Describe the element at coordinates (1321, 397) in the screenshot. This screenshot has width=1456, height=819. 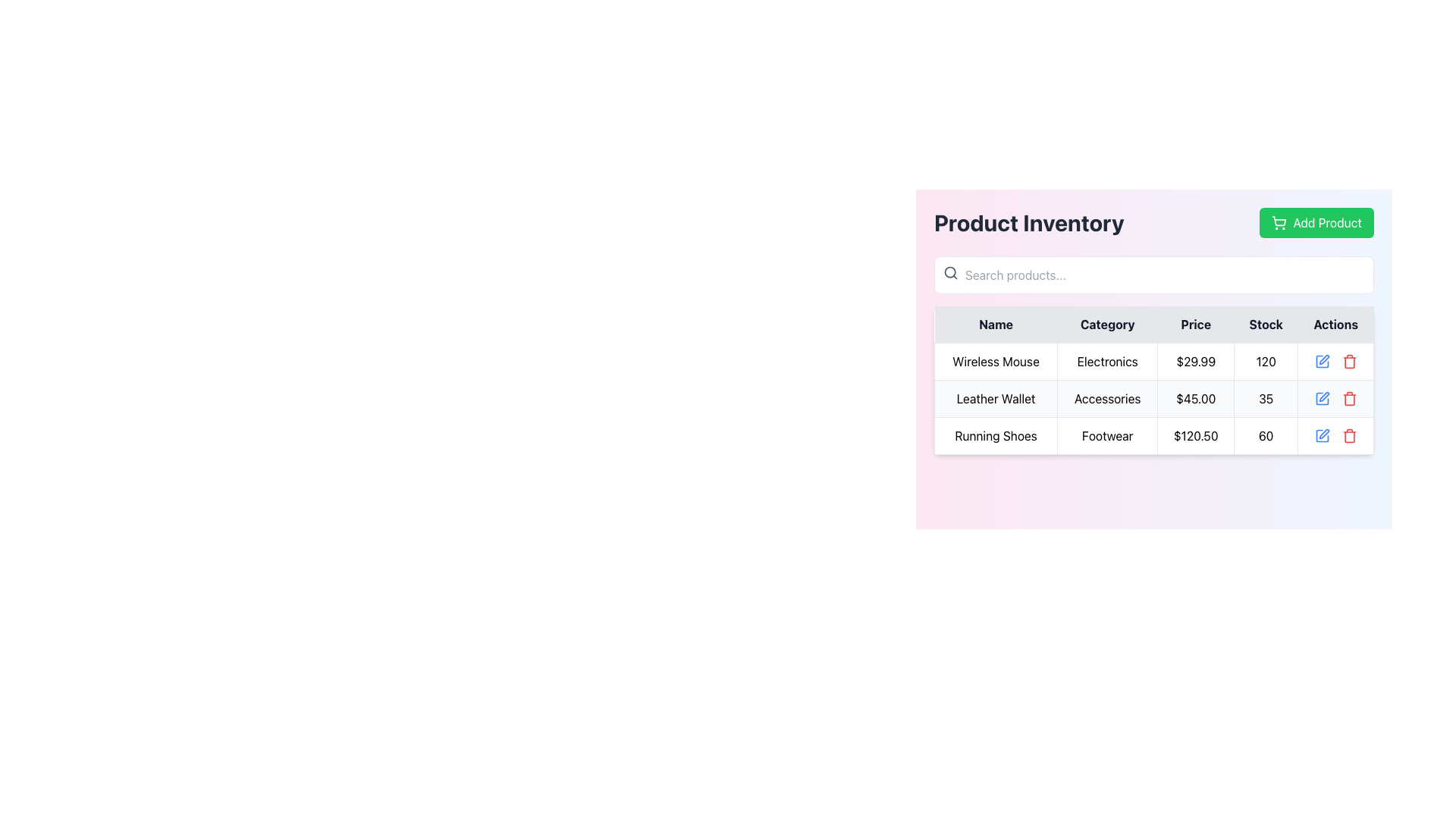
I see `the edit button in the 'Actions' column for the 'Leather Wallet' entry in the inventory table` at that location.